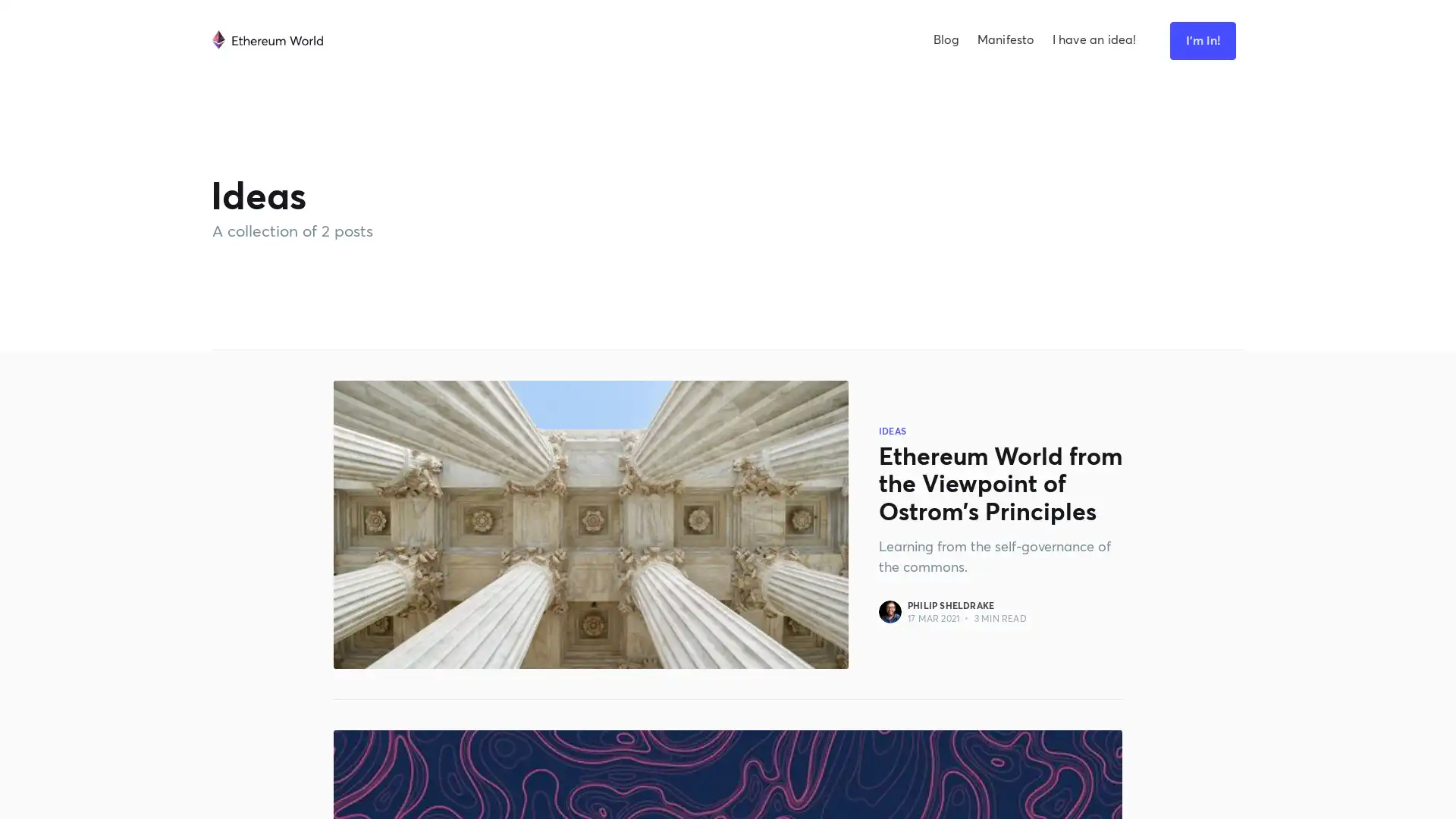 The height and width of the screenshot is (819, 1456). What do you see at coordinates (885, 430) in the screenshot?
I see `Subscribe` at bounding box center [885, 430].